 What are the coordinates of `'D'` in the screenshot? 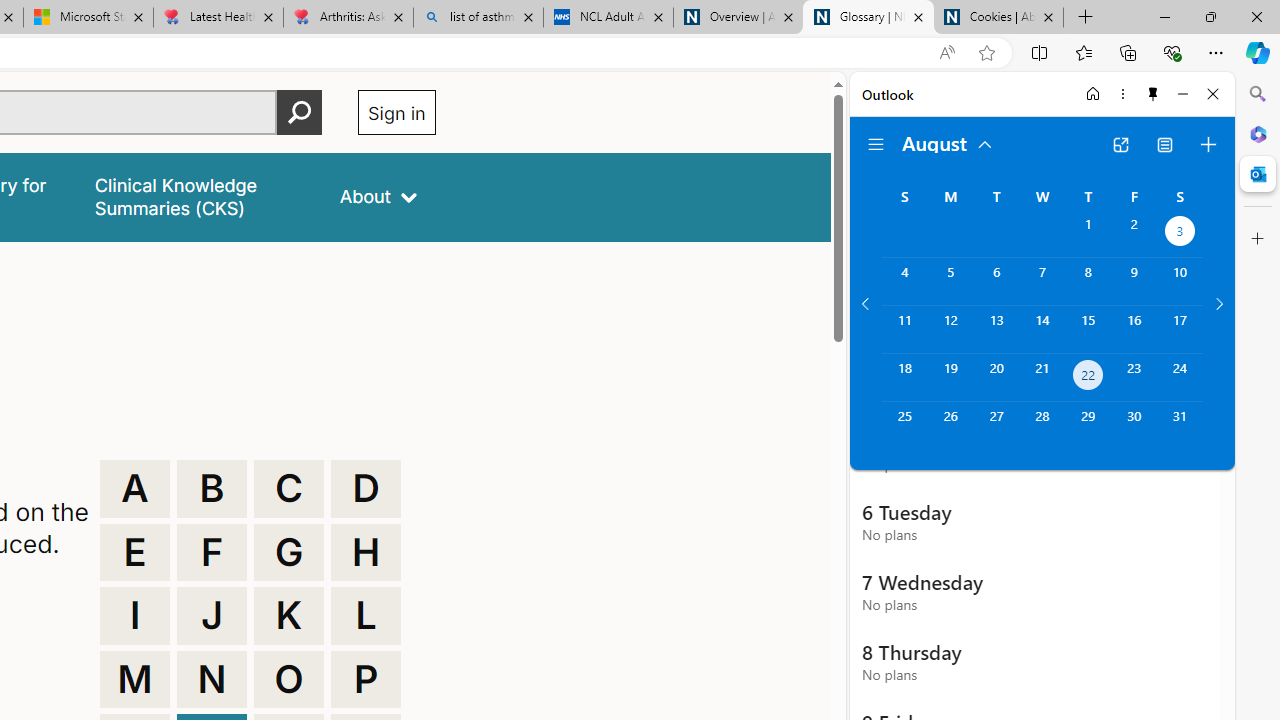 It's located at (366, 488).